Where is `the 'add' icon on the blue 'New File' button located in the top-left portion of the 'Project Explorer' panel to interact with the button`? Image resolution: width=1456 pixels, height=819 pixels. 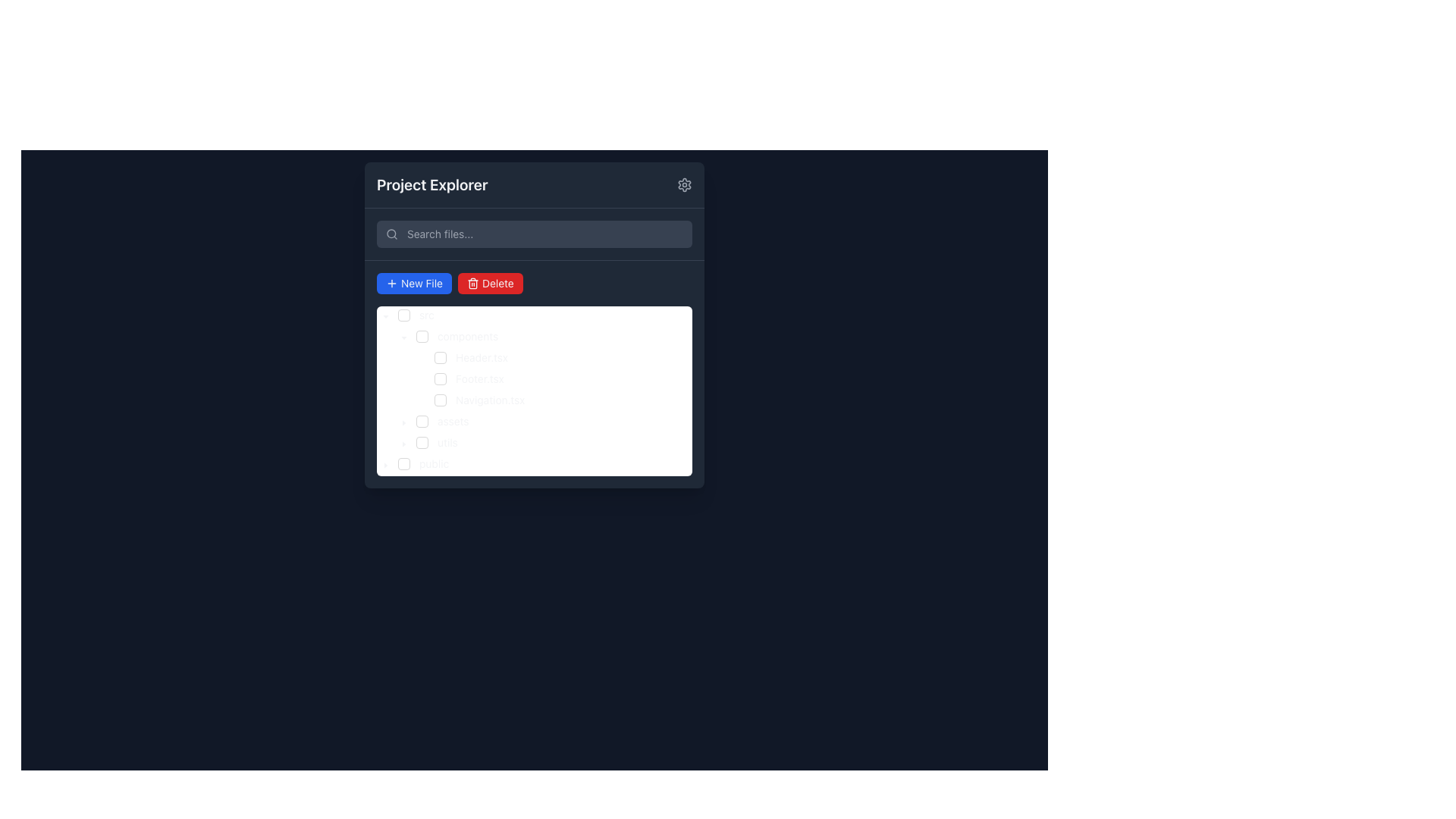 the 'add' icon on the blue 'New File' button located in the top-left portion of the 'Project Explorer' panel to interact with the button is located at coordinates (392, 284).